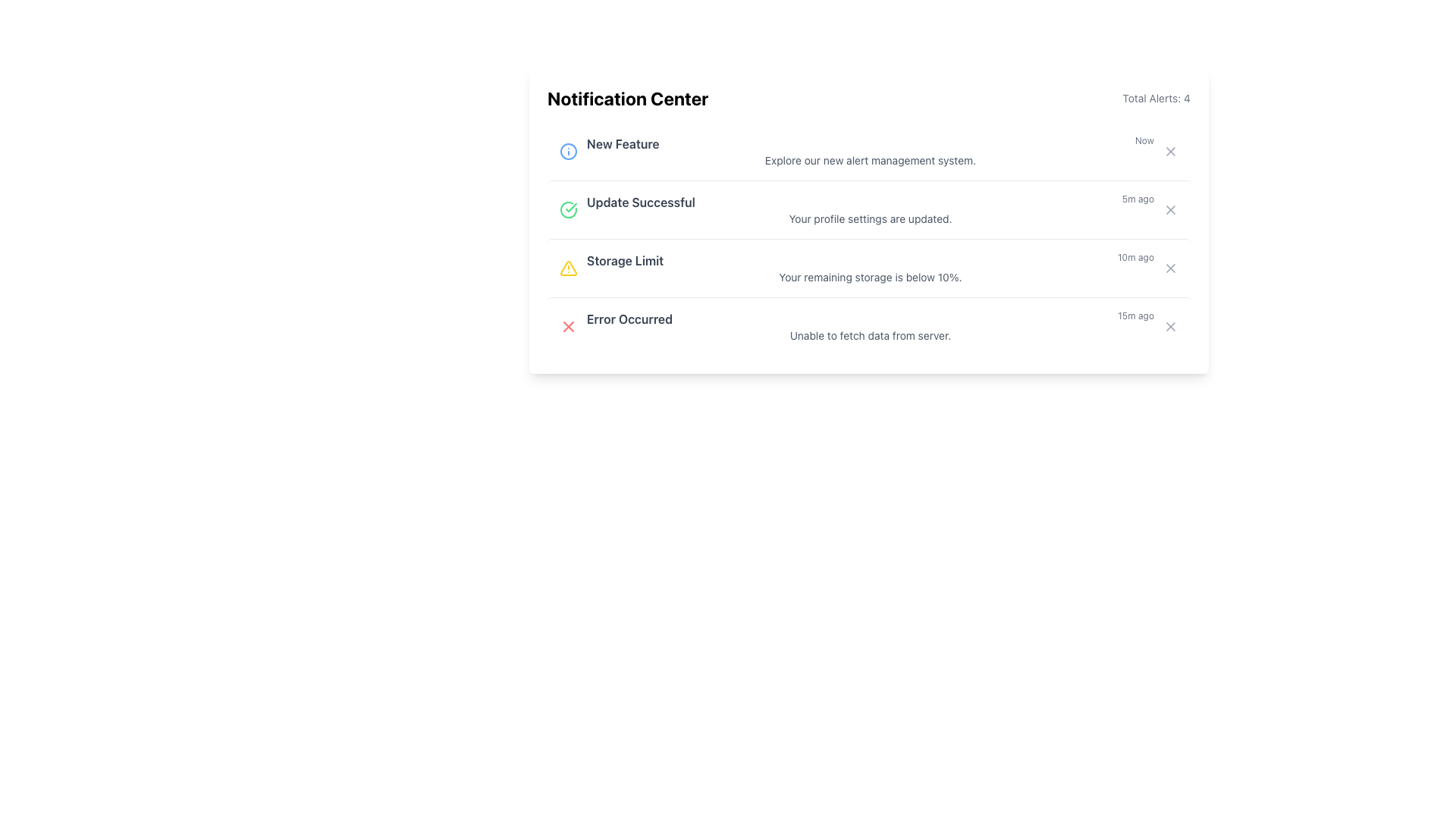  Describe the element at coordinates (628, 99) in the screenshot. I see `text from the 'Notification Center' label, which is styled in bold black and prominently displayed in the upper-left corner of the notifications section` at that location.